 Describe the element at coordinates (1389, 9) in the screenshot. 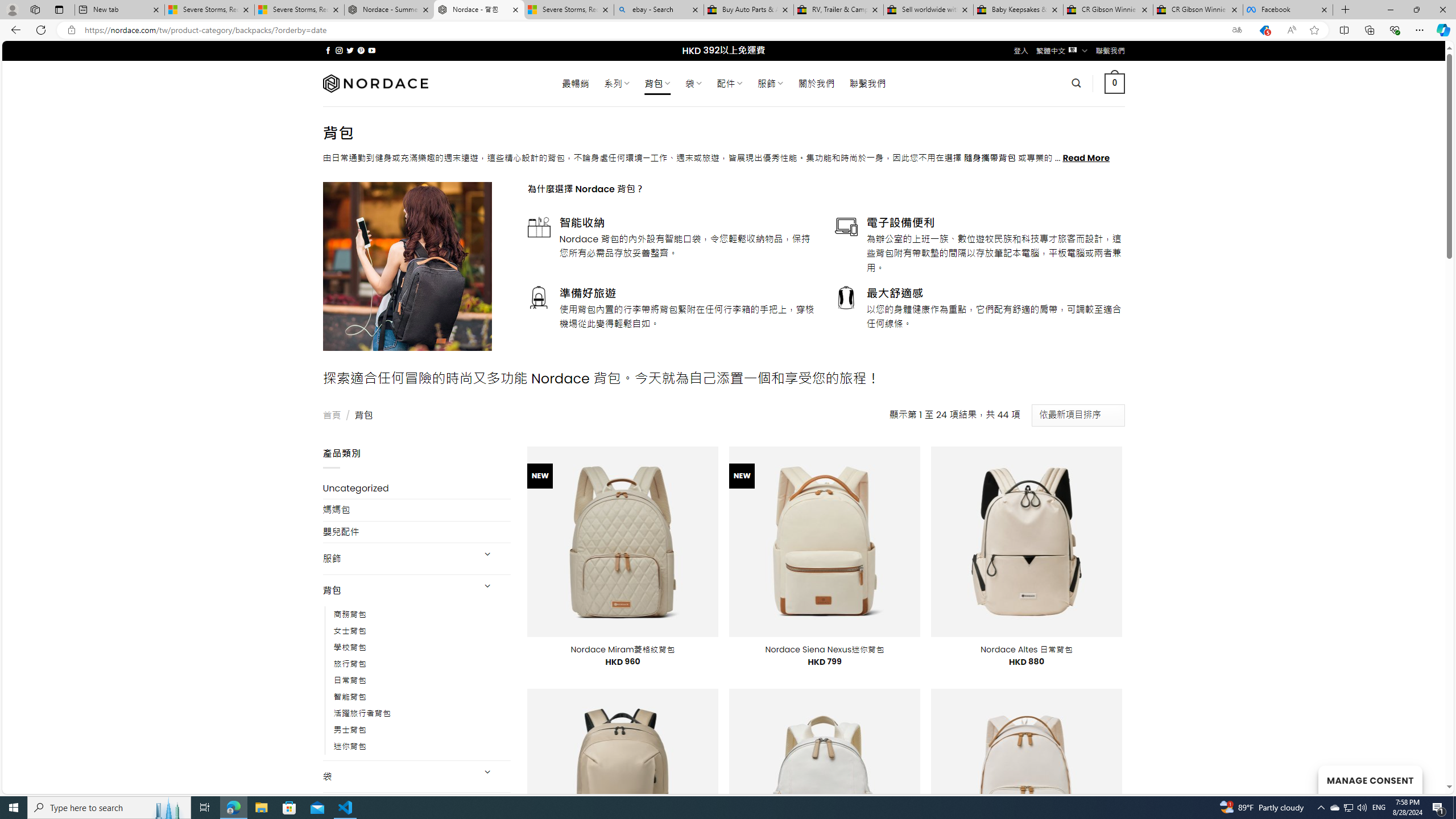

I see `'Minimize'` at that location.